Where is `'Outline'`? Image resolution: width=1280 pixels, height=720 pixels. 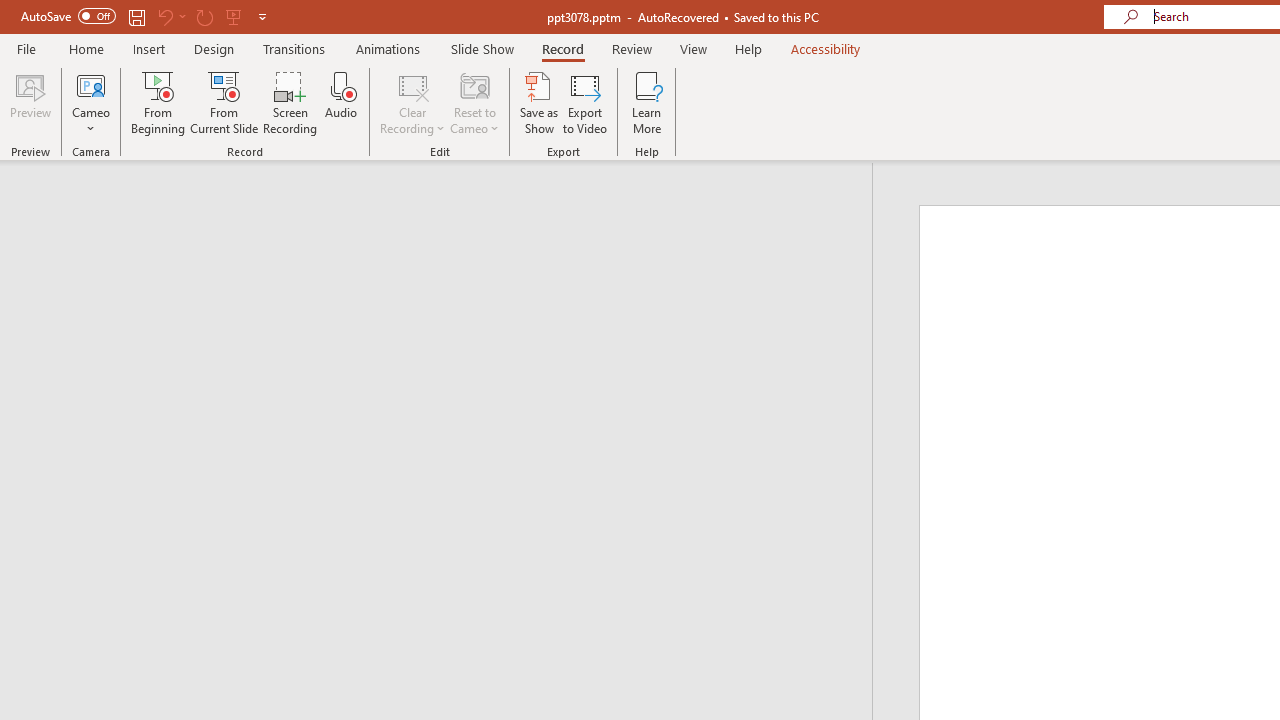
'Outline' is located at coordinates (444, 202).